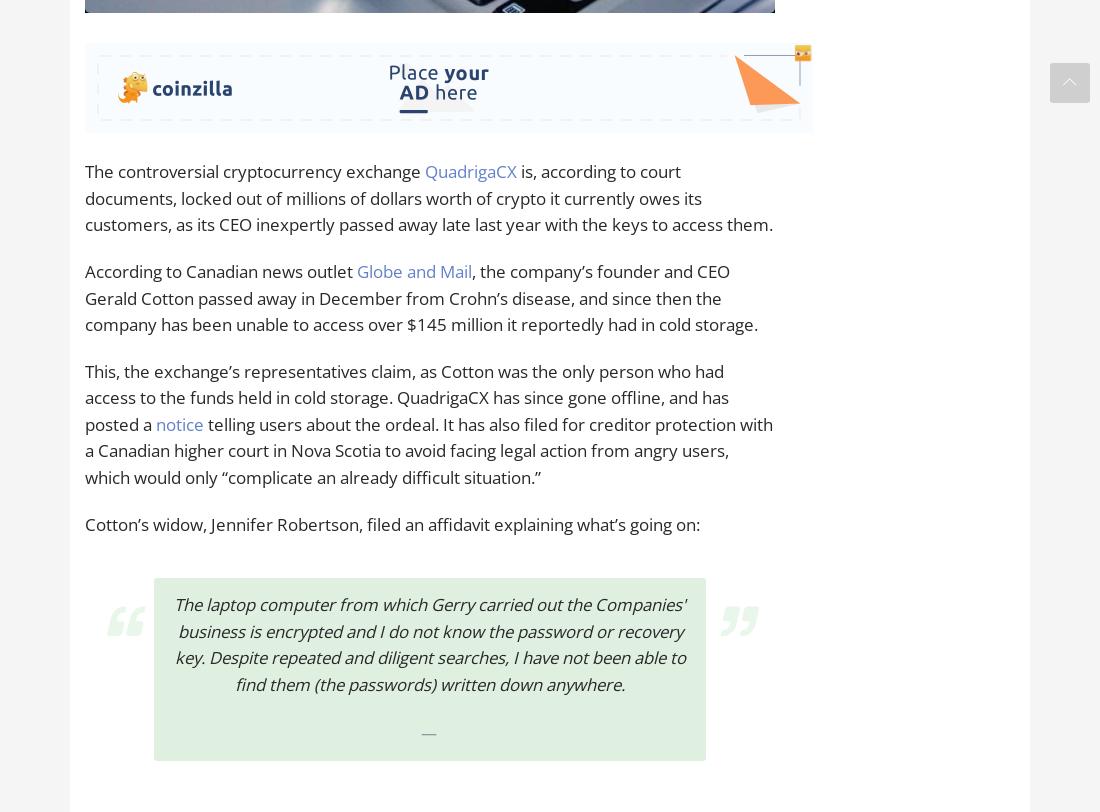  What do you see at coordinates (470, 171) in the screenshot?
I see `'QuadrigaCX'` at bounding box center [470, 171].